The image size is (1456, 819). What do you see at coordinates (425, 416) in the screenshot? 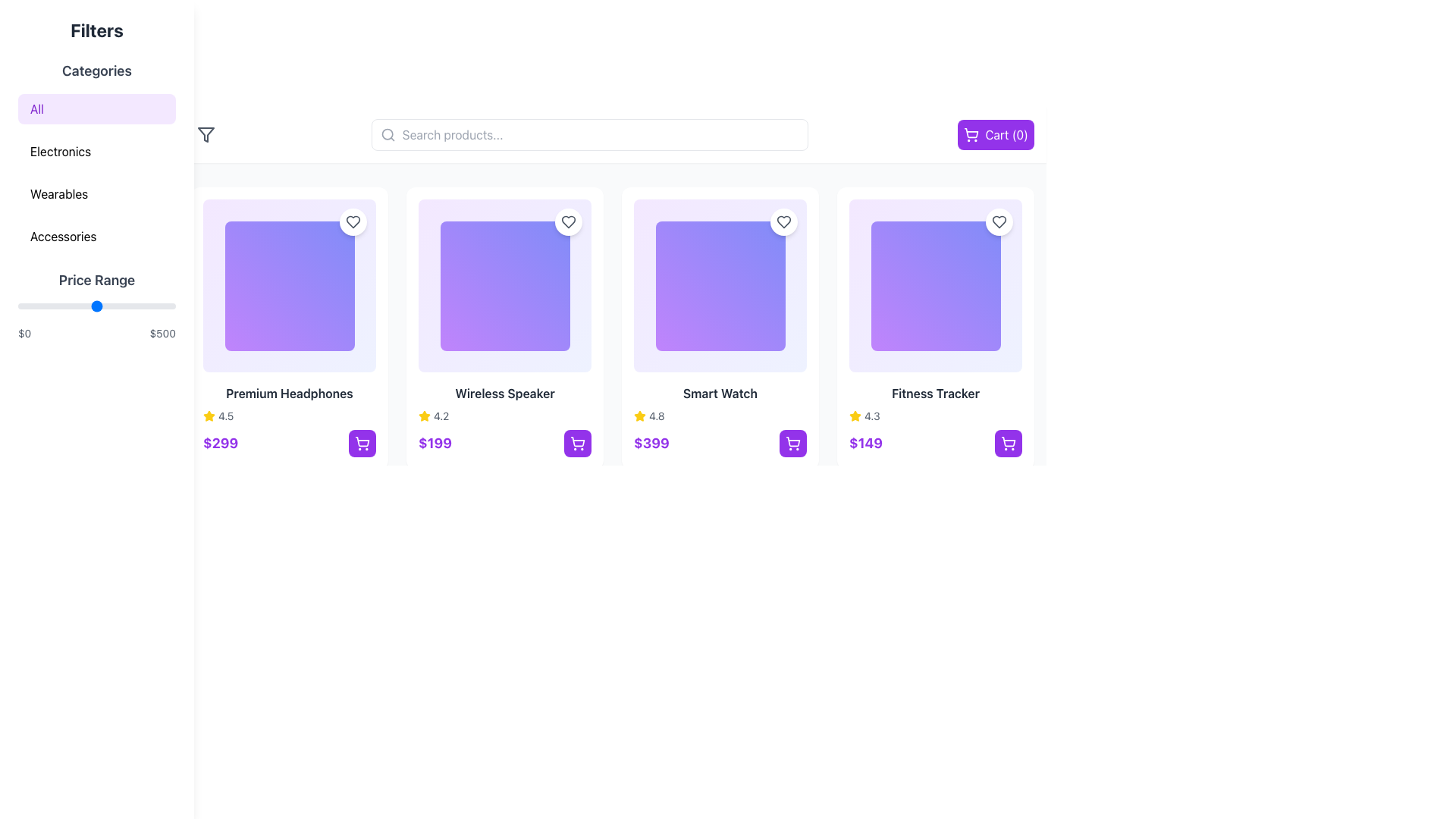
I see `the star icon representing the product rating of '4.2' located beneath the 'Wireless Speaker' product image and above the price tag` at bounding box center [425, 416].